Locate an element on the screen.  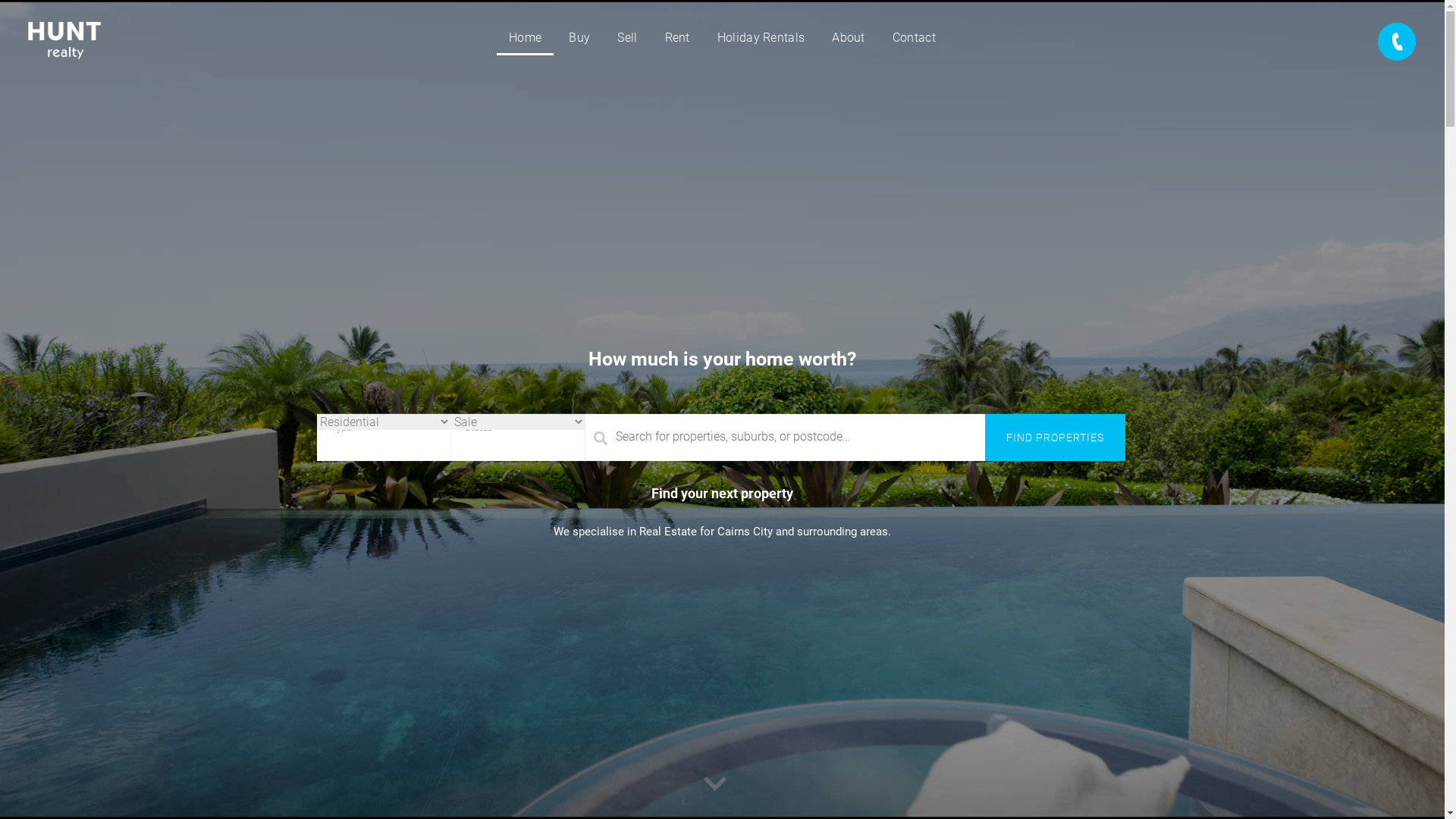
'Contact' is located at coordinates (913, 37).